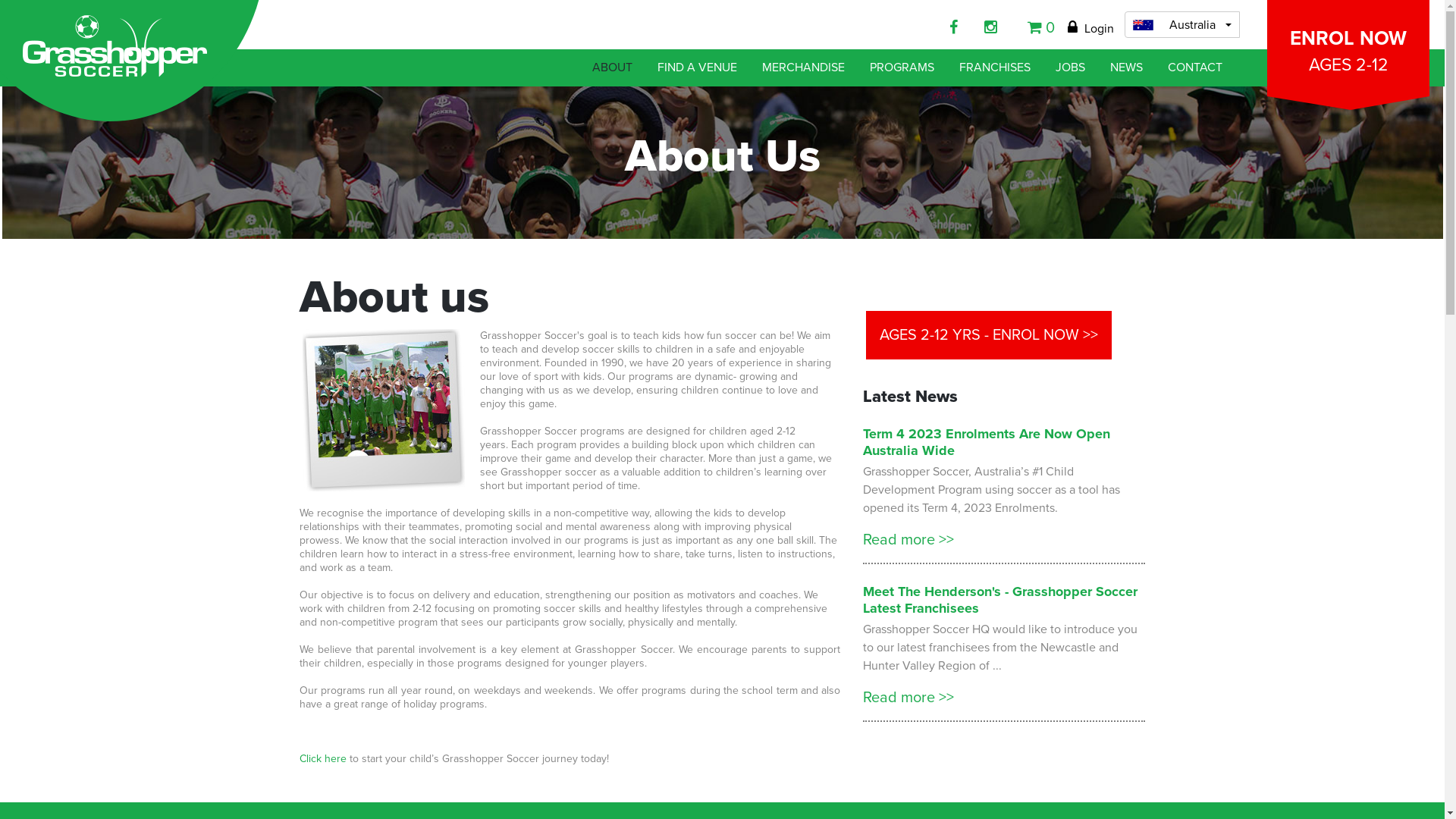  I want to click on 'FRANCHISES', so click(950, 67).